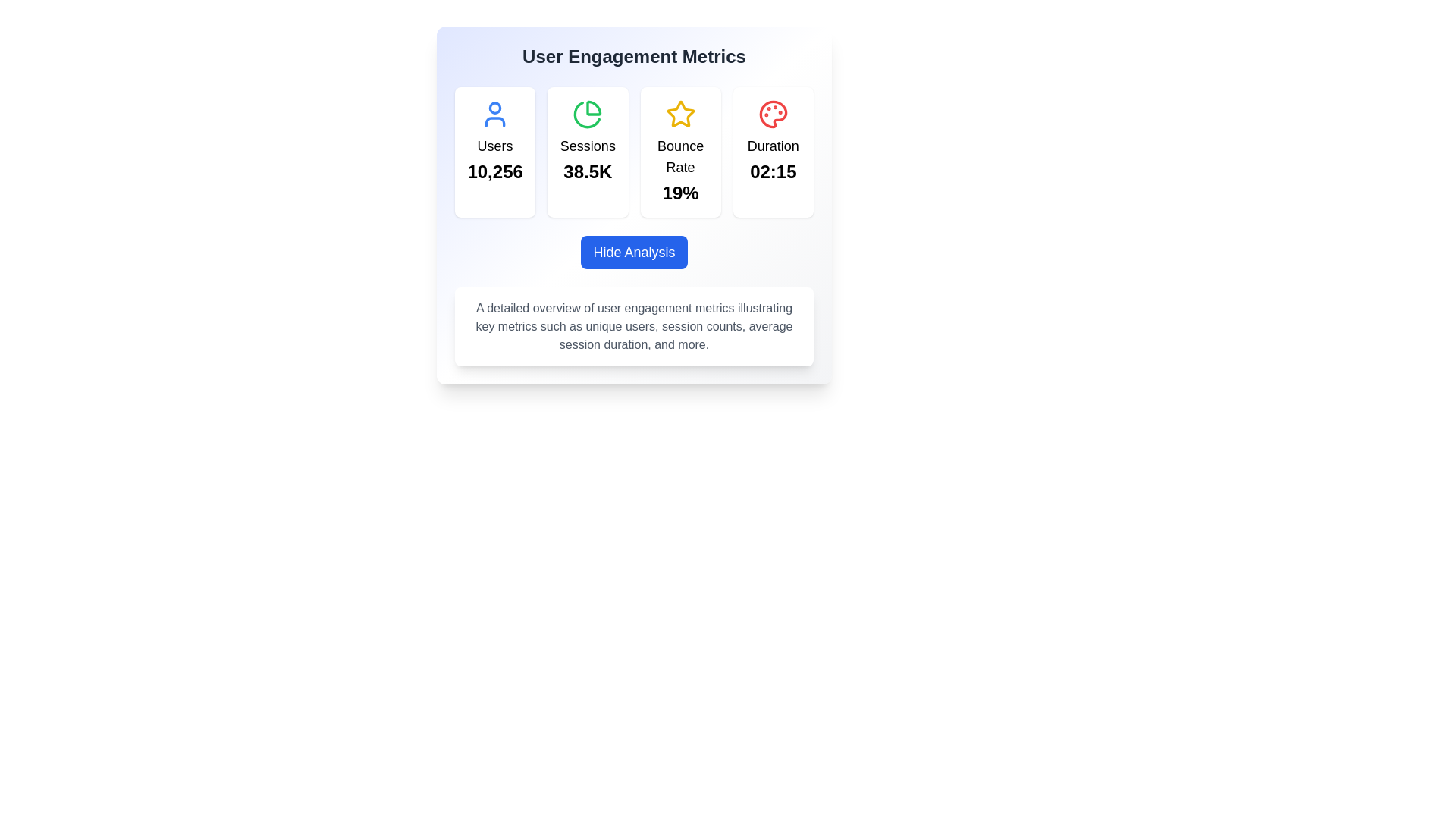 The height and width of the screenshot is (819, 1456). What do you see at coordinates (773, 171) in the screenshot?
I see `the Text Display element that shows the duration metric value located in the bottom section of the 'Duration' card under 'User Engagement Metrics'` at bounding box center [773, 171].